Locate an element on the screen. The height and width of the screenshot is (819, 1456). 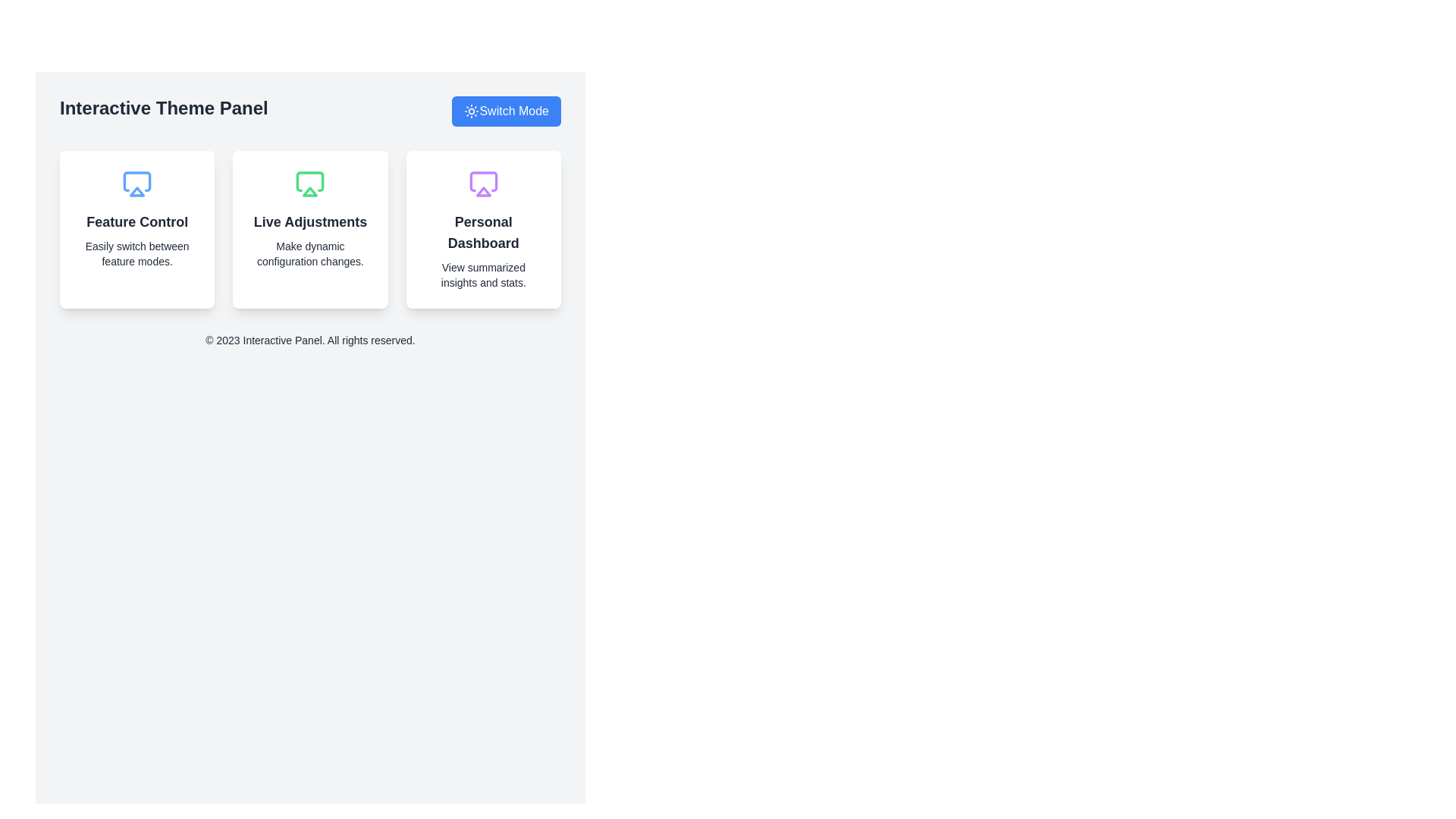
the icon representing the card's function or theme in the 'Feature Control' section, located at the top of the first card on the left side of the interface is located at coordinates (137, 184).